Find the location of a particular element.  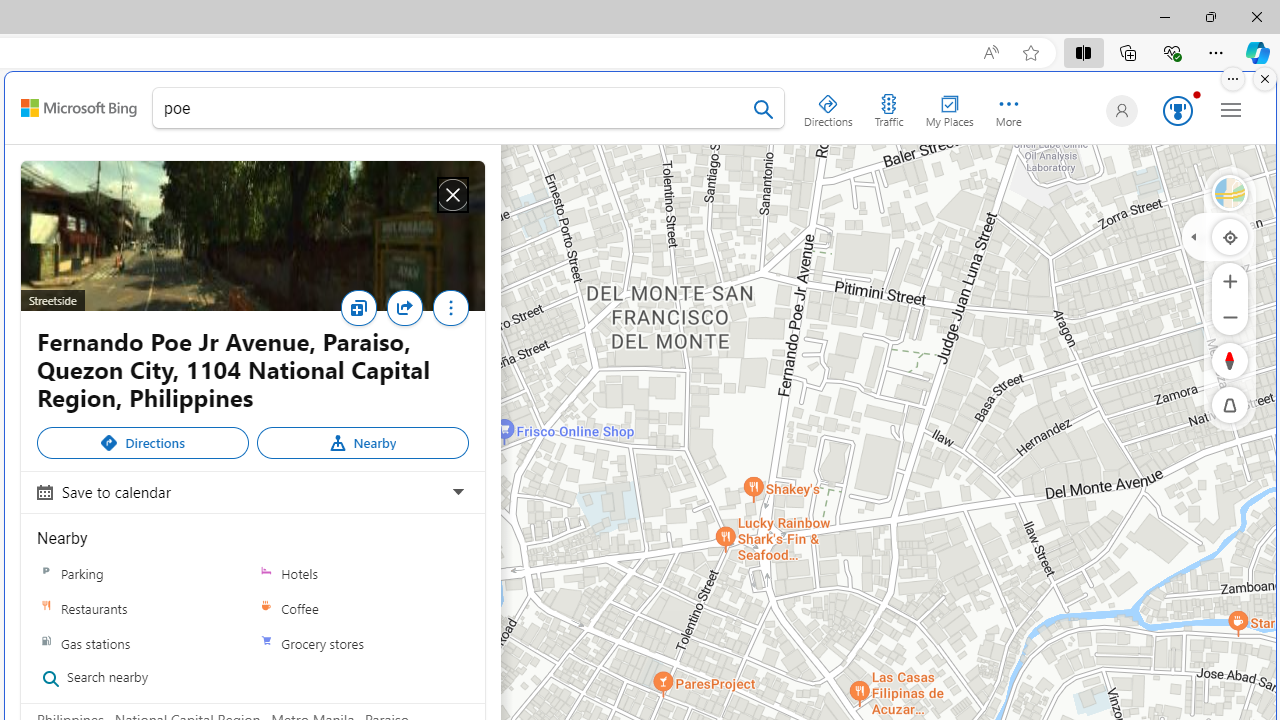

'Split screen' is located at coordinates (1082, 51).